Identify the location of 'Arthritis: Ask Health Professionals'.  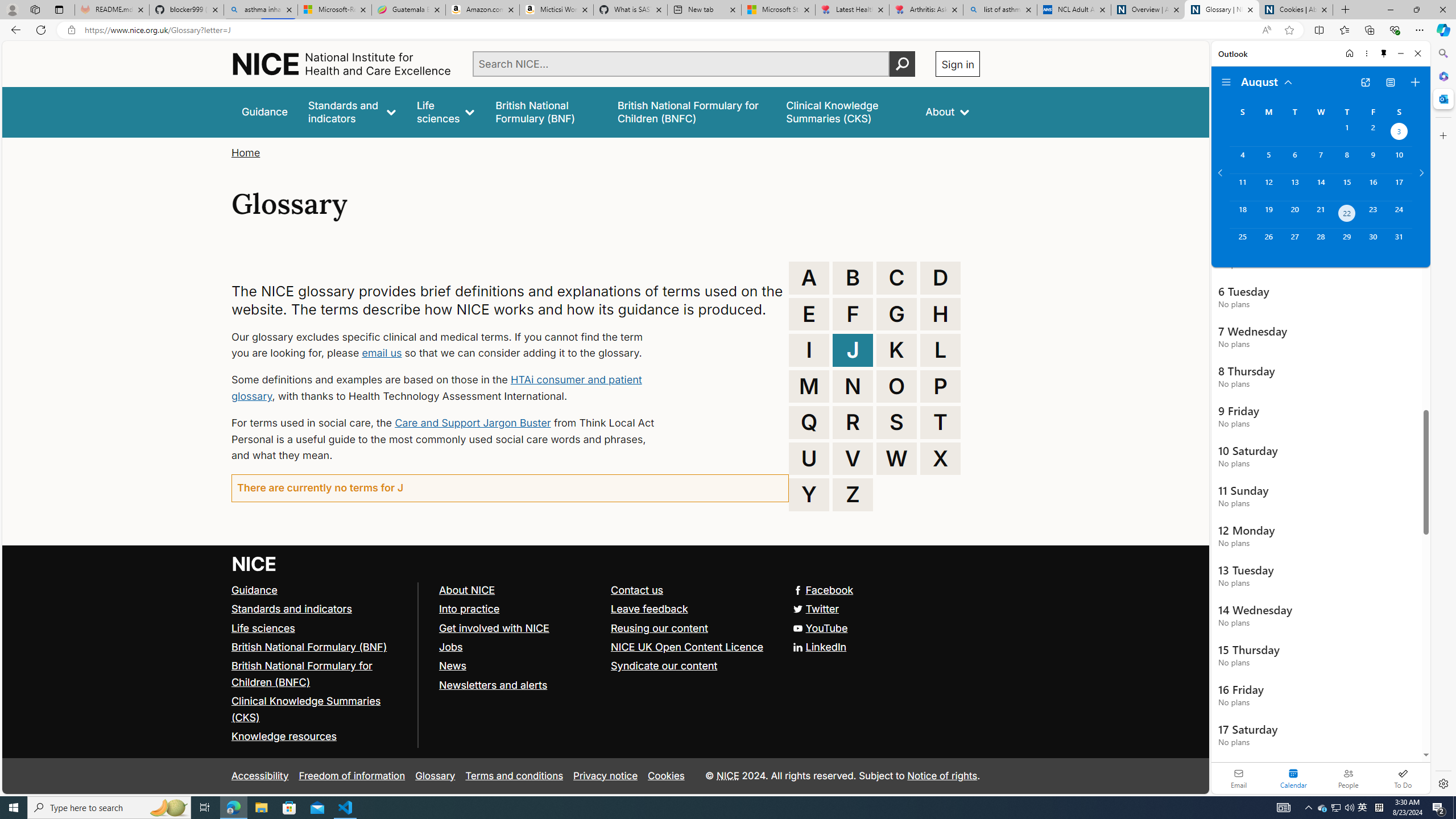
(925, 9).